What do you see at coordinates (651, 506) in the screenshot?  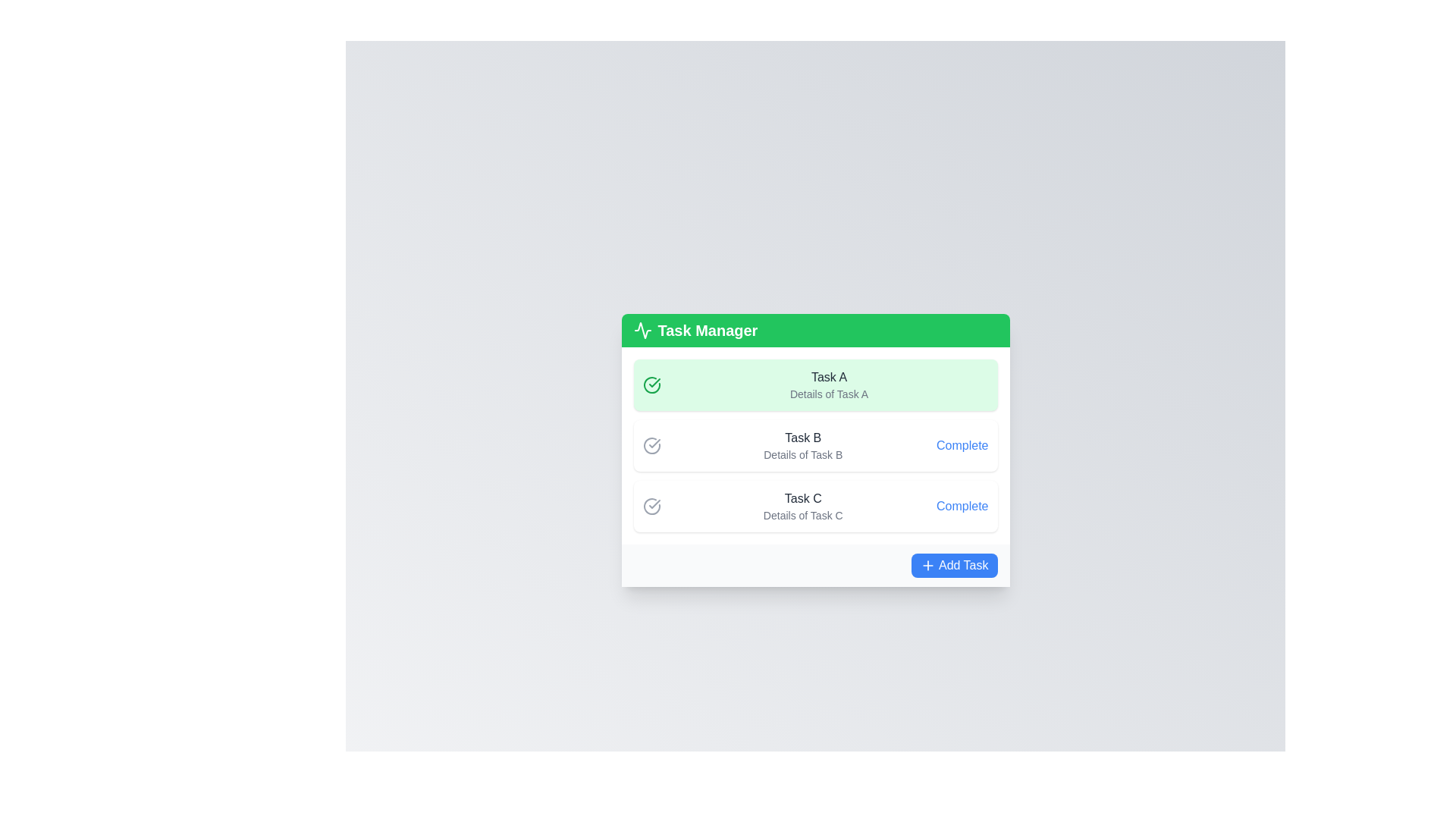 I see `the SVG icon (circle with checkmark) that indicates the status of 'Task C' in the Task Manager section` at bounding box center [651, 506].